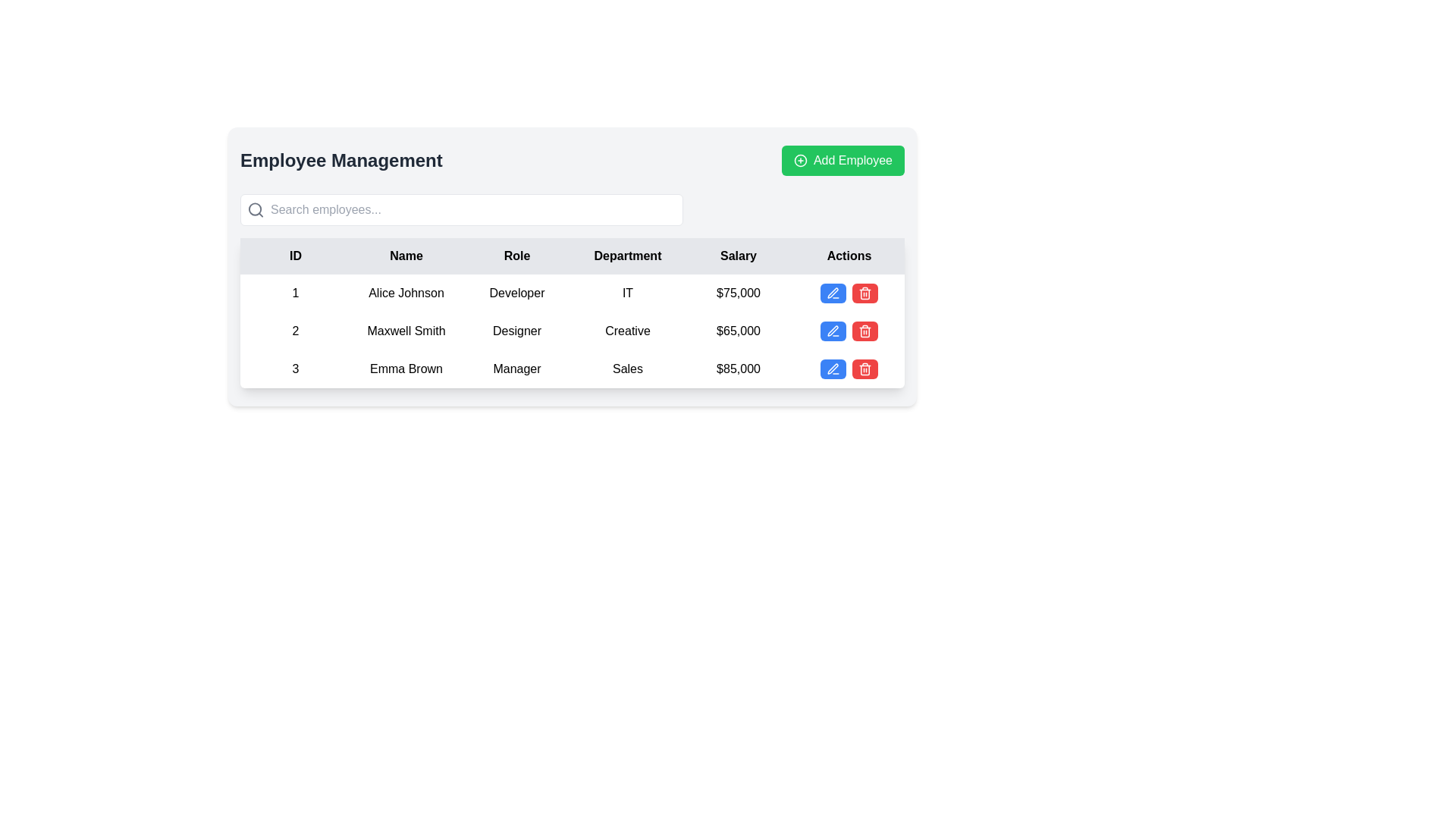  What do you see at coordinates (255, 209) in the screenshot?
I see `the graphical circle element representing the lens of the magnifying glass in the search icon located to the left of the 'Search employees...' input box in the Employee Management section` at bounding box center [255, 209].